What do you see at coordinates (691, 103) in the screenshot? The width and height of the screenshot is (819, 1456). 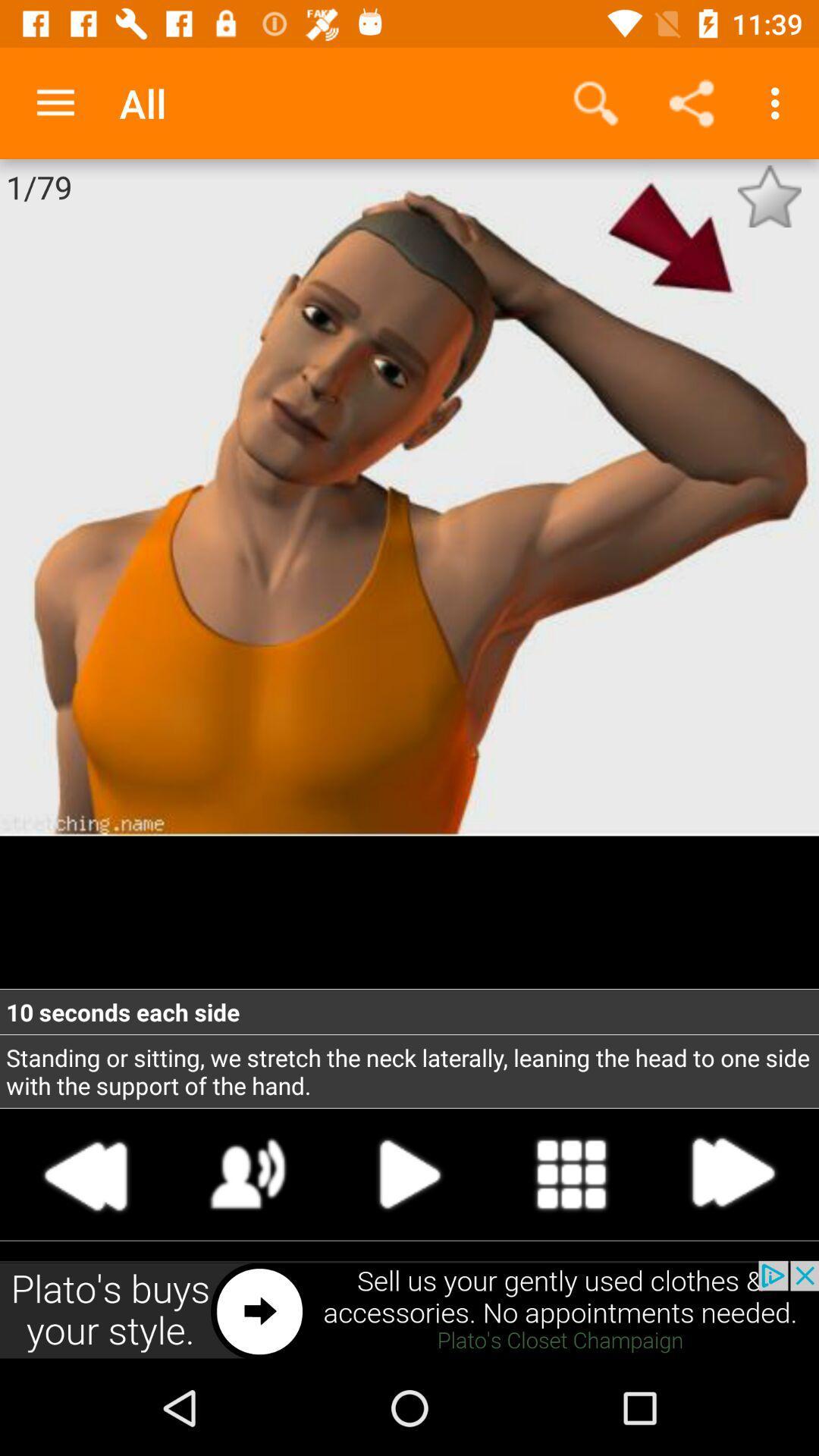 I see `the share button` at bounding box center [691, 103].